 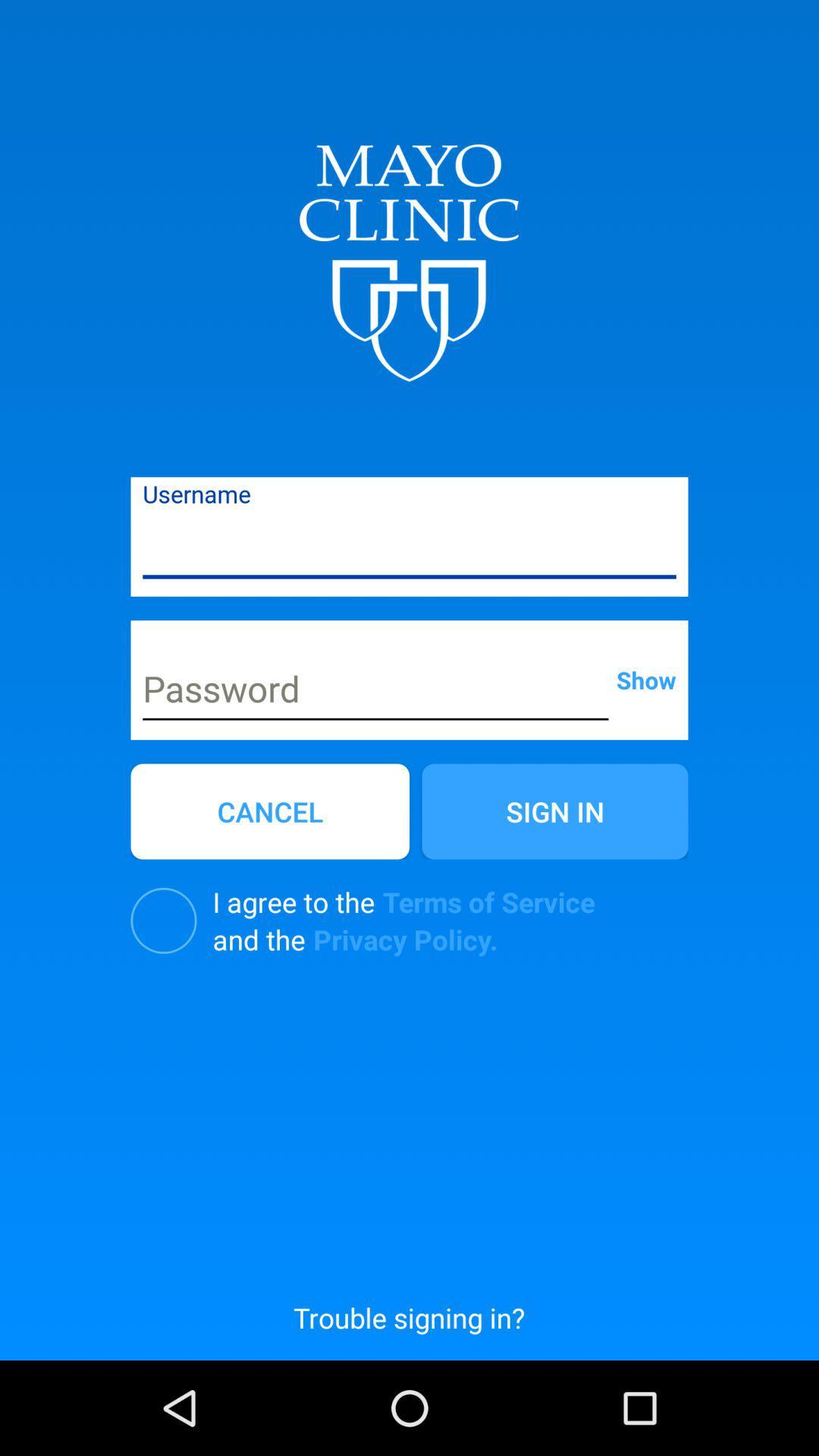 I want to click on the icon below cancel, so click(x=164, y=920).